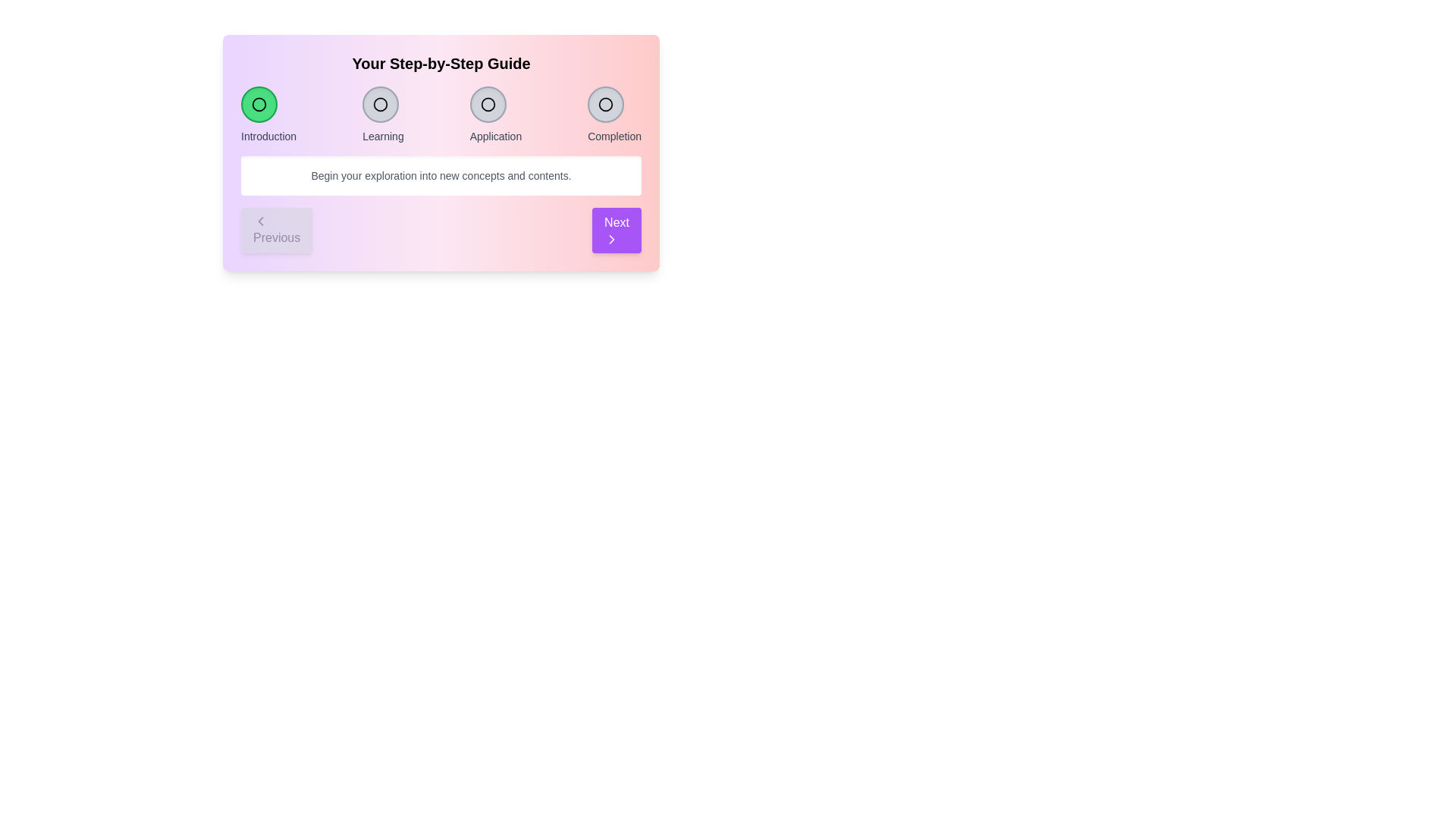 The height and width of the screenshot is (819, 1456). What do you see at coordinates (617, 231) in the screenshot?
I see `the rectangular button with a purple background and white text reading 'Next'` at bounding box center [617, 231].